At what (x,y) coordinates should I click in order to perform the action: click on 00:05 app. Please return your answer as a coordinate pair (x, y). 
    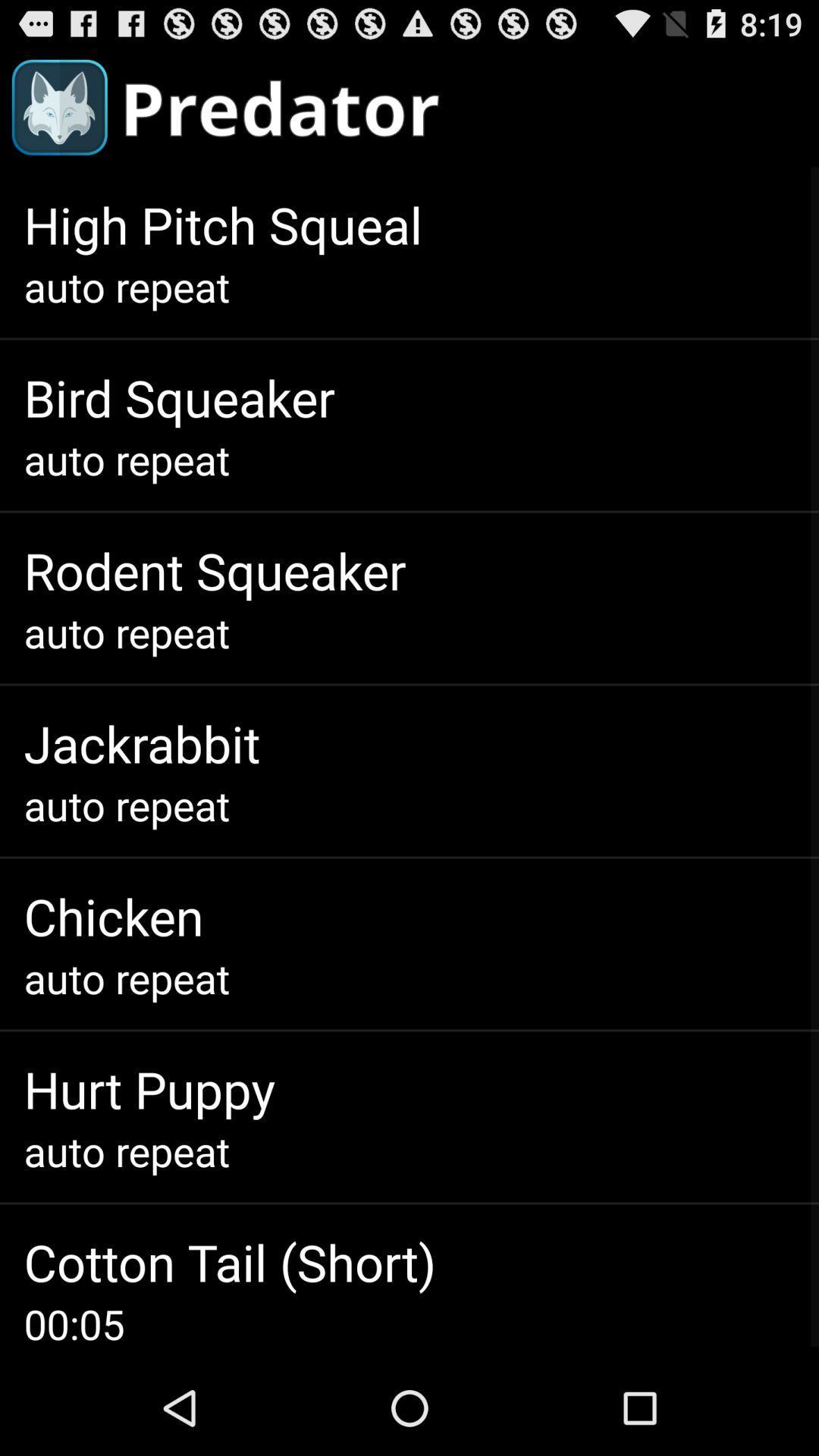
    Looking at the image, I should click on (74, 1323).